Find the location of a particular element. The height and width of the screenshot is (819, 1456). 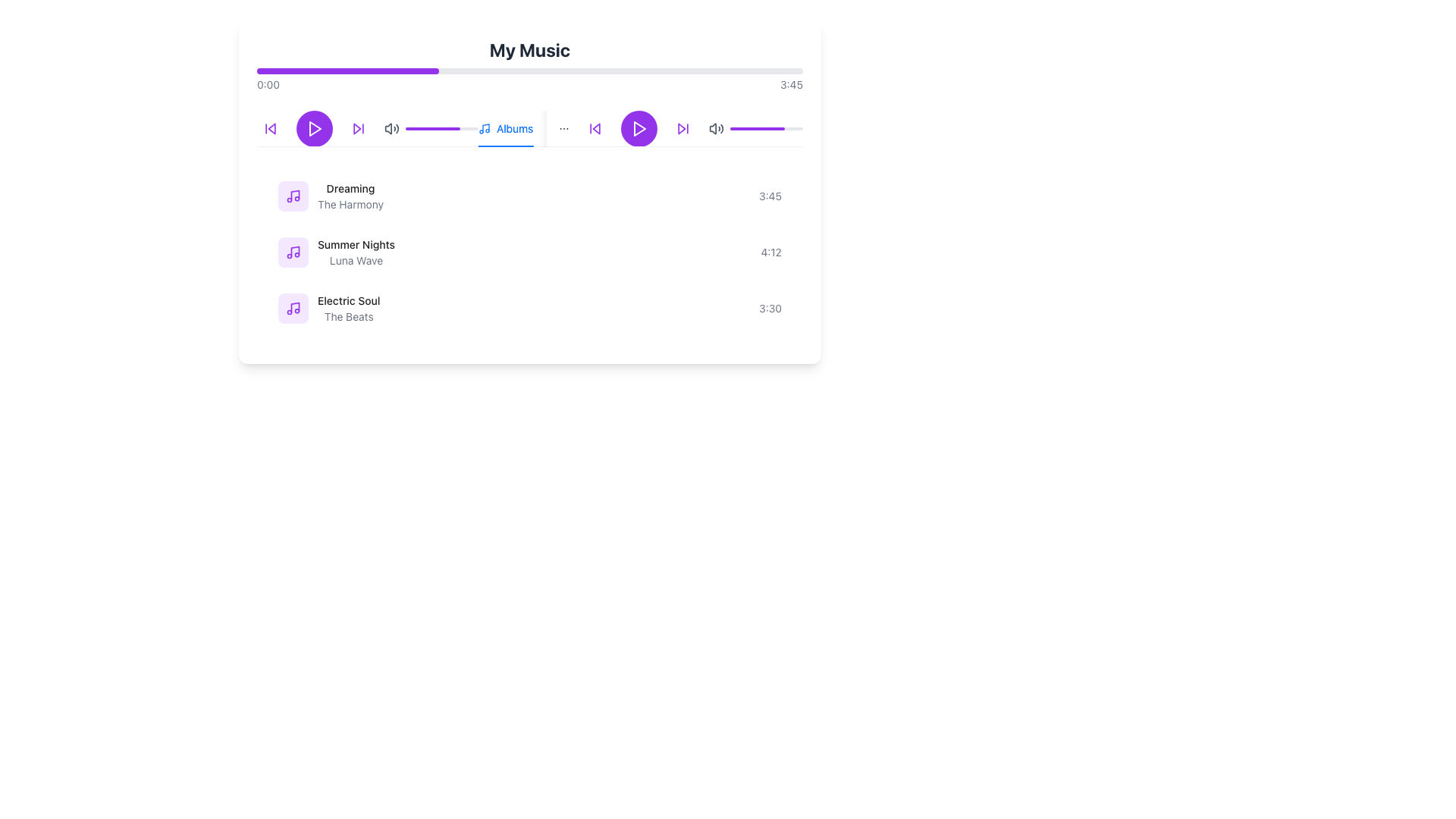

the play/pause button located centrally among the media control buttons is located at coordinates (313, 127).